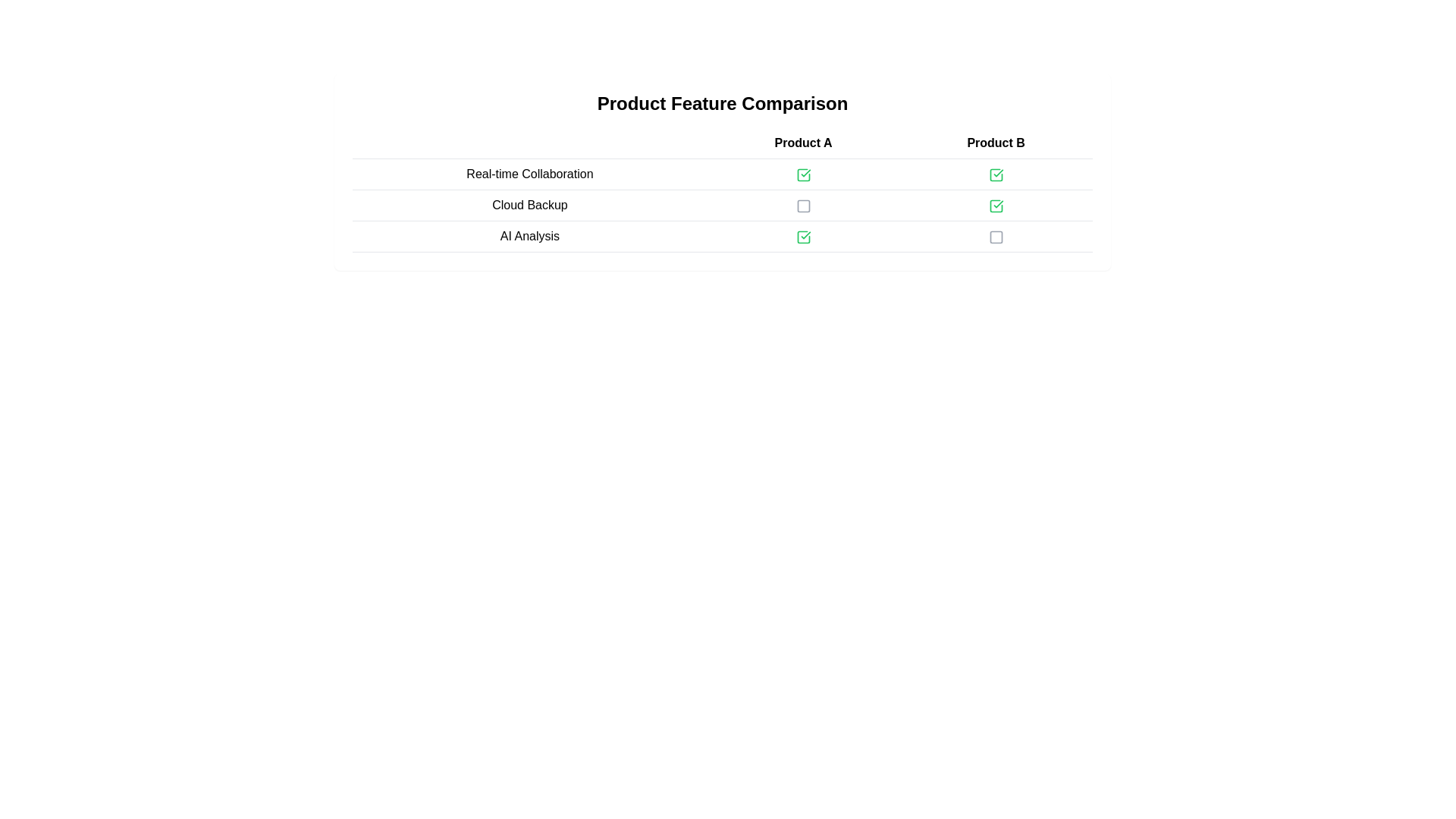 The image size is (1456, 819). What do you see at coordinates (996, 237) in the screenshot?
I see `the status icon indicating absence or a negative condition in the 'AI Analysis' section under 'Product B' in the comparison chart` at bounding box center [996, 237].